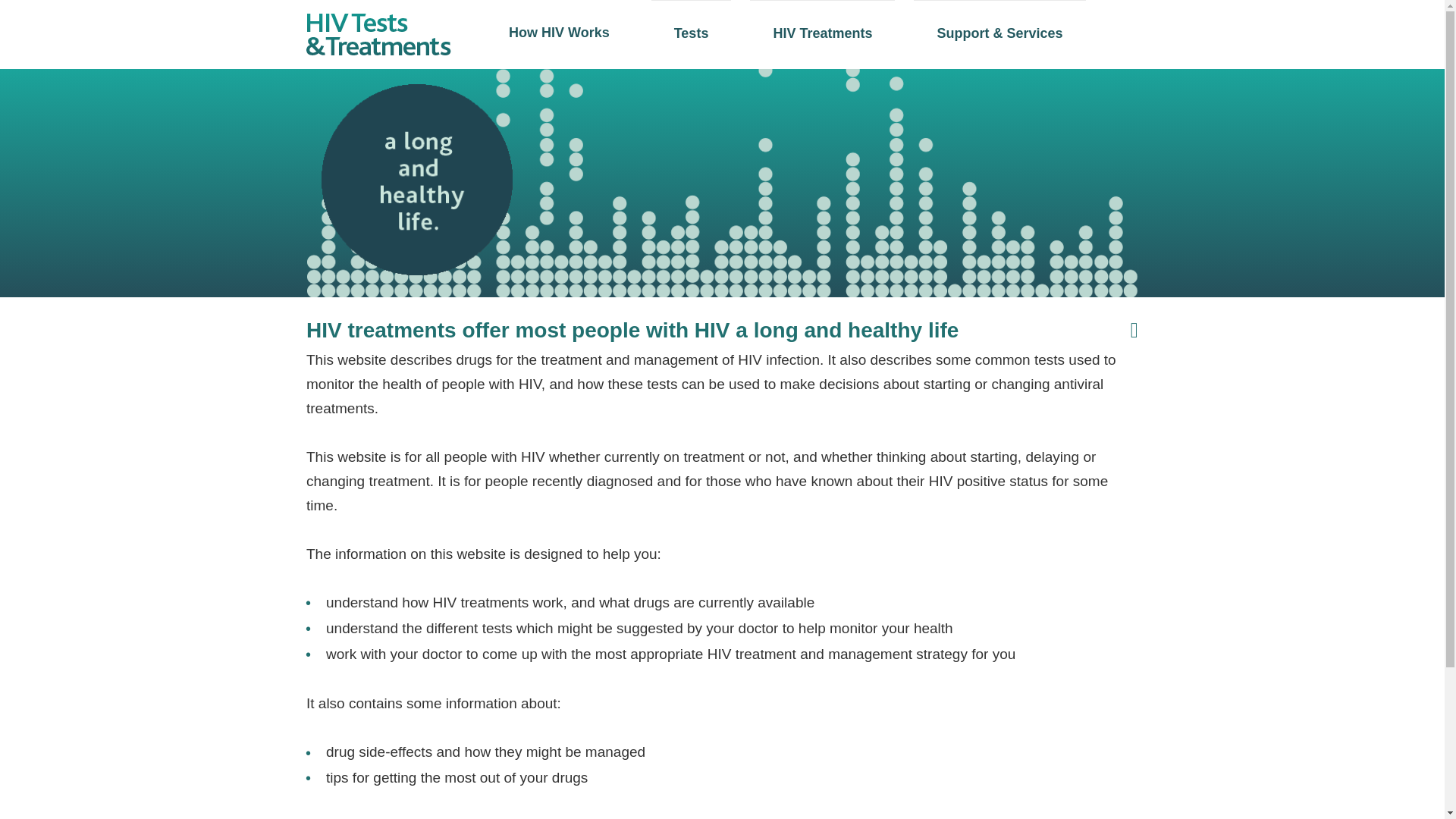 This screenshot has width=1456, height=819. Describe the element at coordinates (912, 33) in the screenshot. I see `'Support & Services'` at that location.